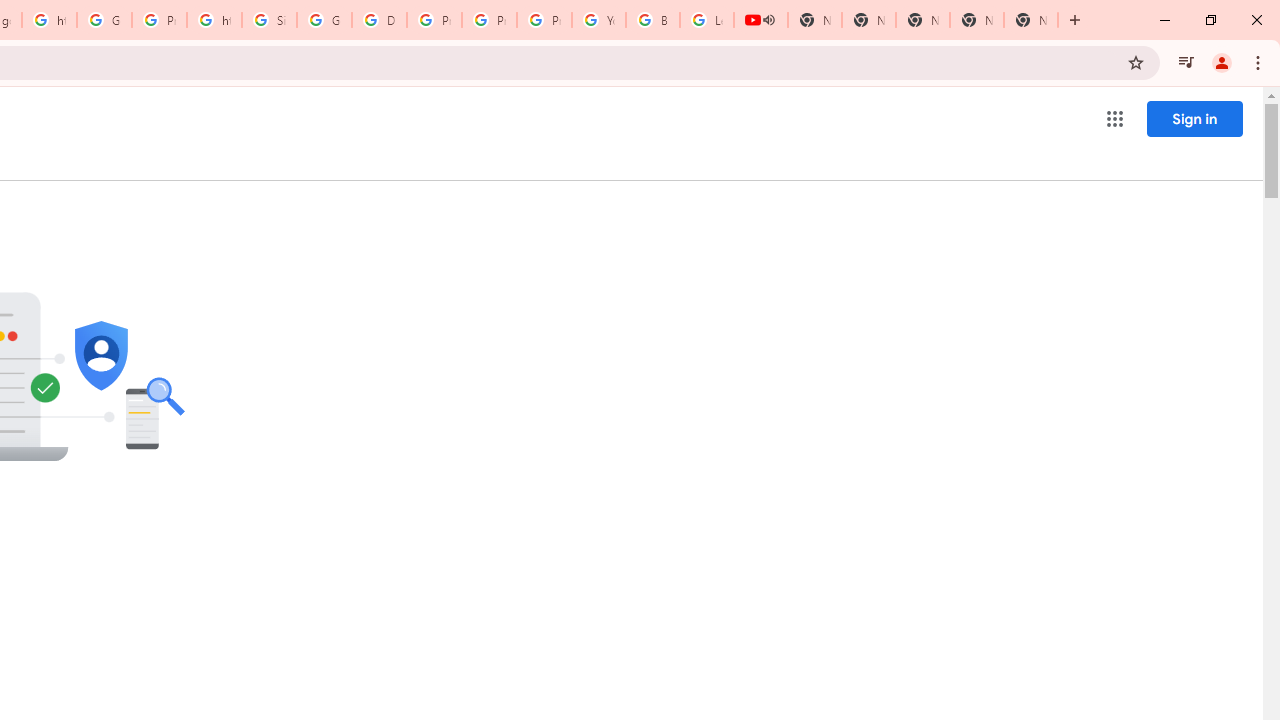  Describe the element at coordinates (268, 20) in the screenshot. I see `'Sign in - Google Accounts'` at that location.